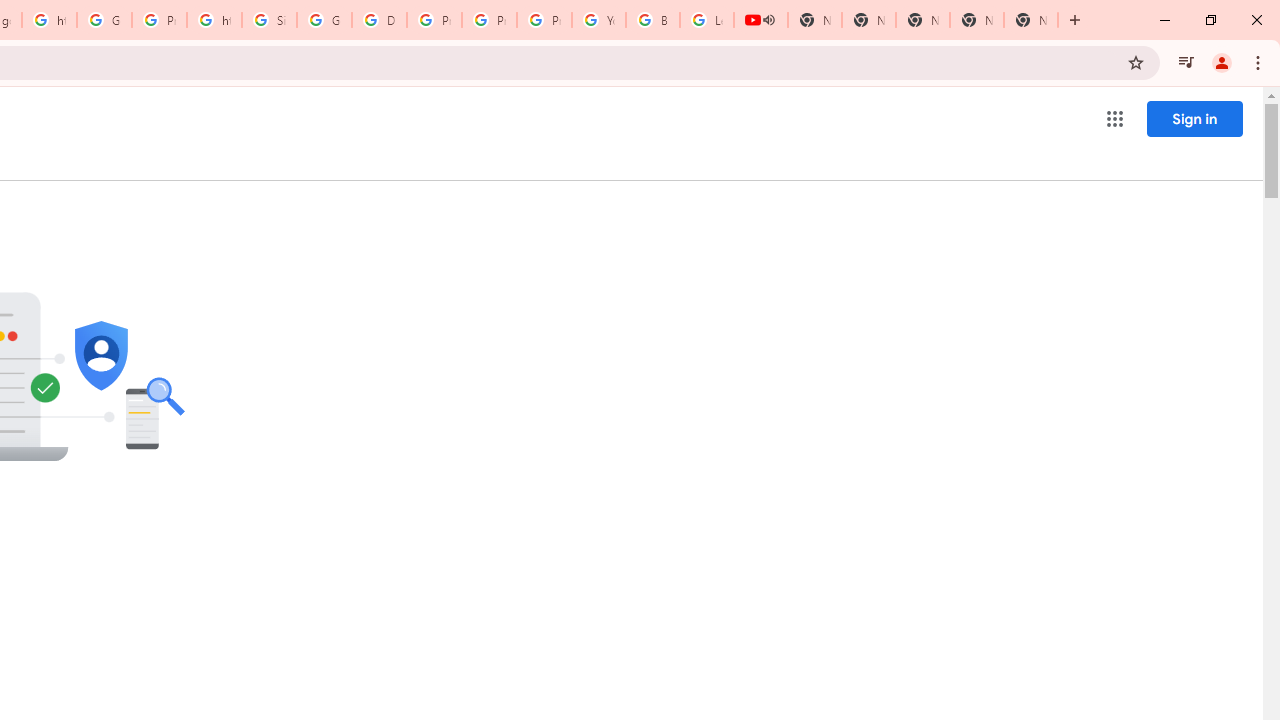  Describe the element at coordinates (268, 20) in the screenshot. I see `'Sign in - Google Accounts'` at that location.